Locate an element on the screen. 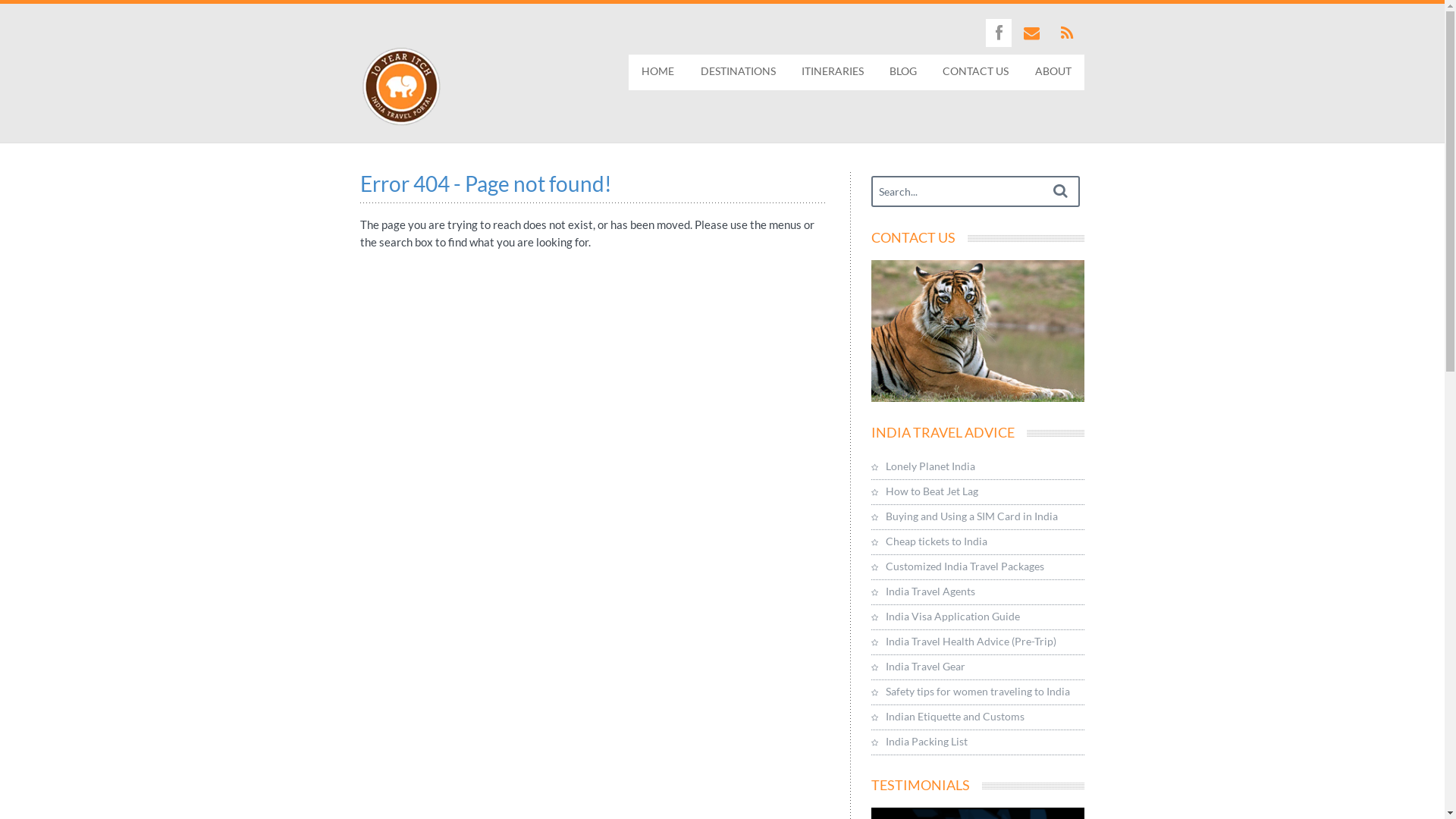 Image resolution: width=1456 pixels, height=819 pixels. 'India Travel Gear' is located at coordinates (871, 667).